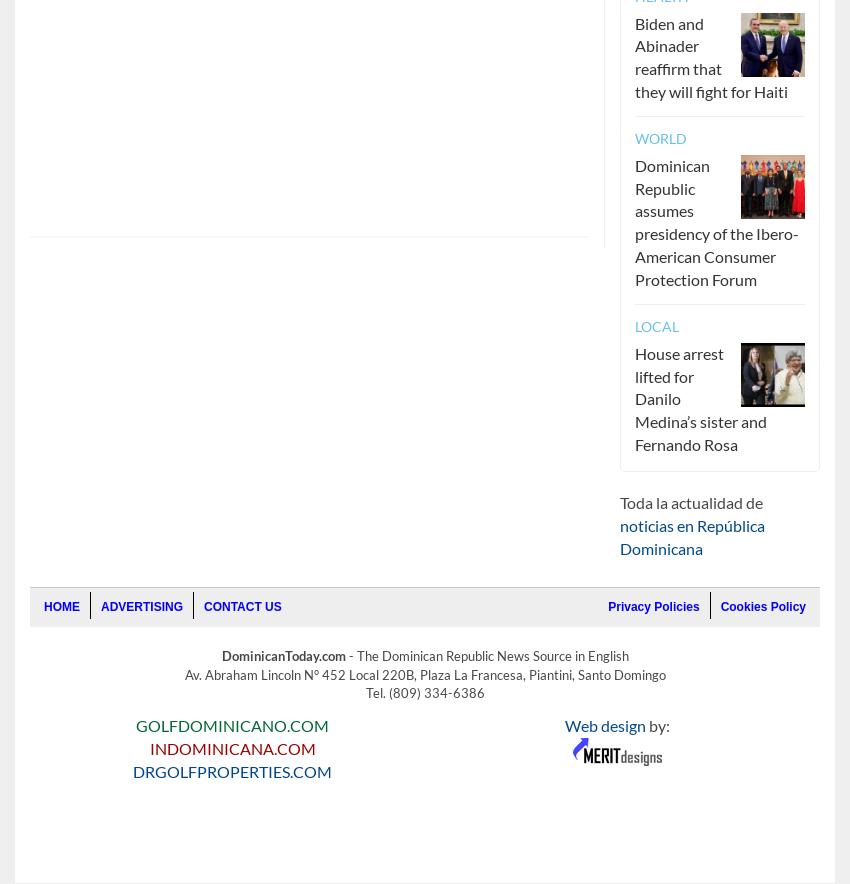  I want to click on 'Local', so click(656, 325).